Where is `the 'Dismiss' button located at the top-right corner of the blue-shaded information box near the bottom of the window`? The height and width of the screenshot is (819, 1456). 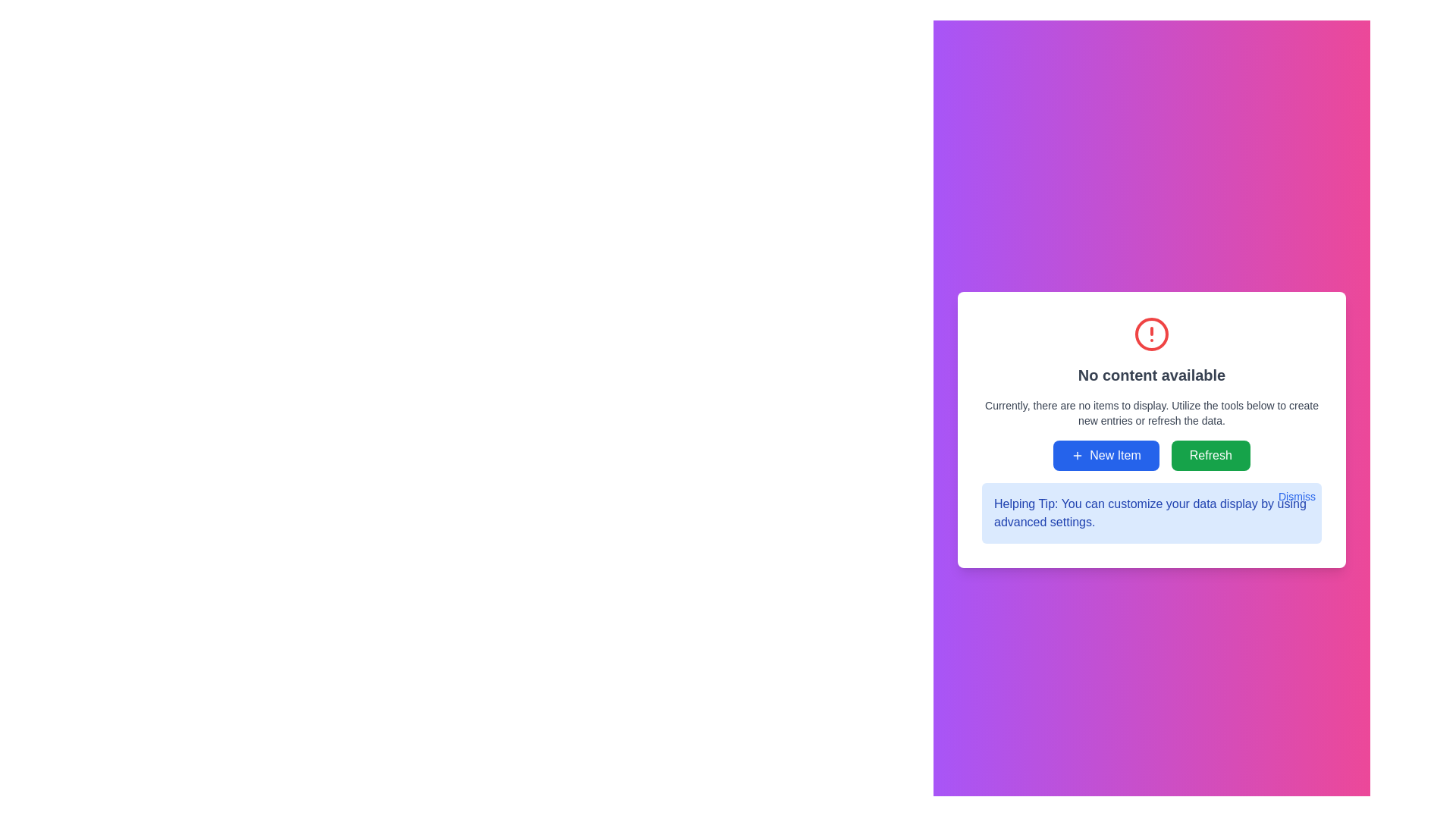 the 'Dismiss' button located at the top-right corner of the blue-shaded information box near the bottom of the window is located at coordinates (1296, 497).